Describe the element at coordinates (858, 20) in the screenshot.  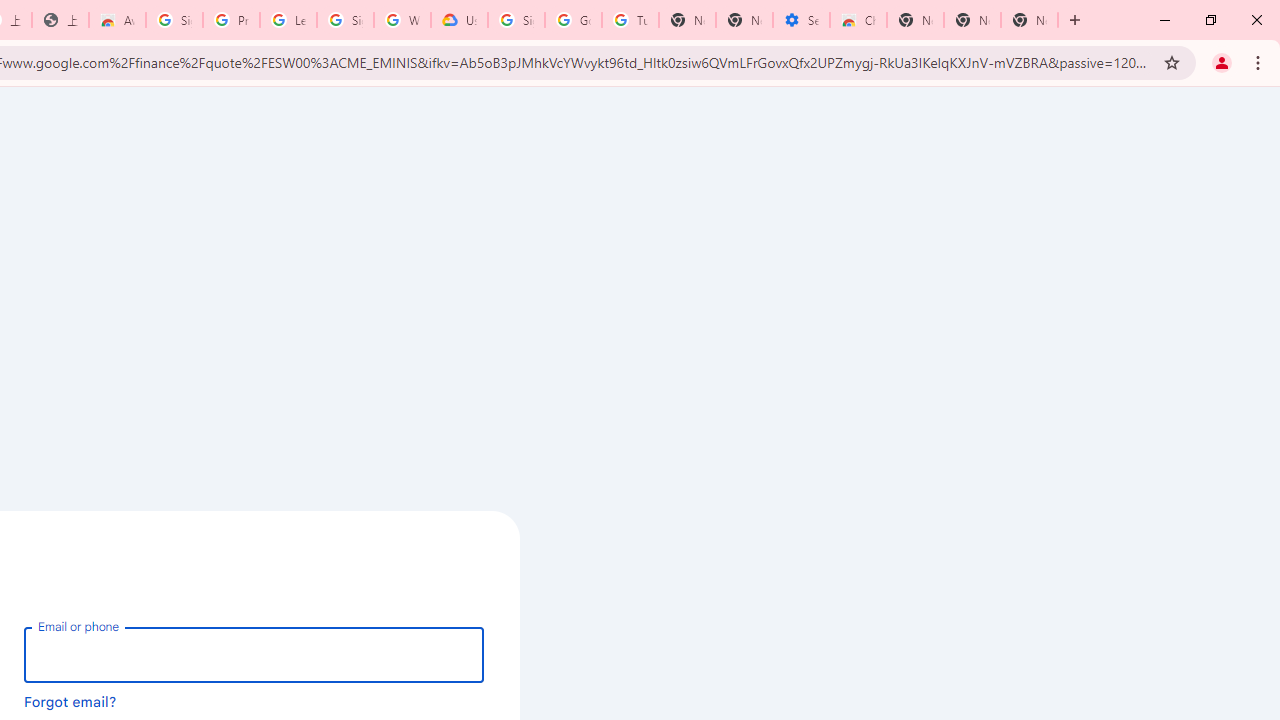
I see `'Chrome Web Store - Accessibility extensions'` at that location.